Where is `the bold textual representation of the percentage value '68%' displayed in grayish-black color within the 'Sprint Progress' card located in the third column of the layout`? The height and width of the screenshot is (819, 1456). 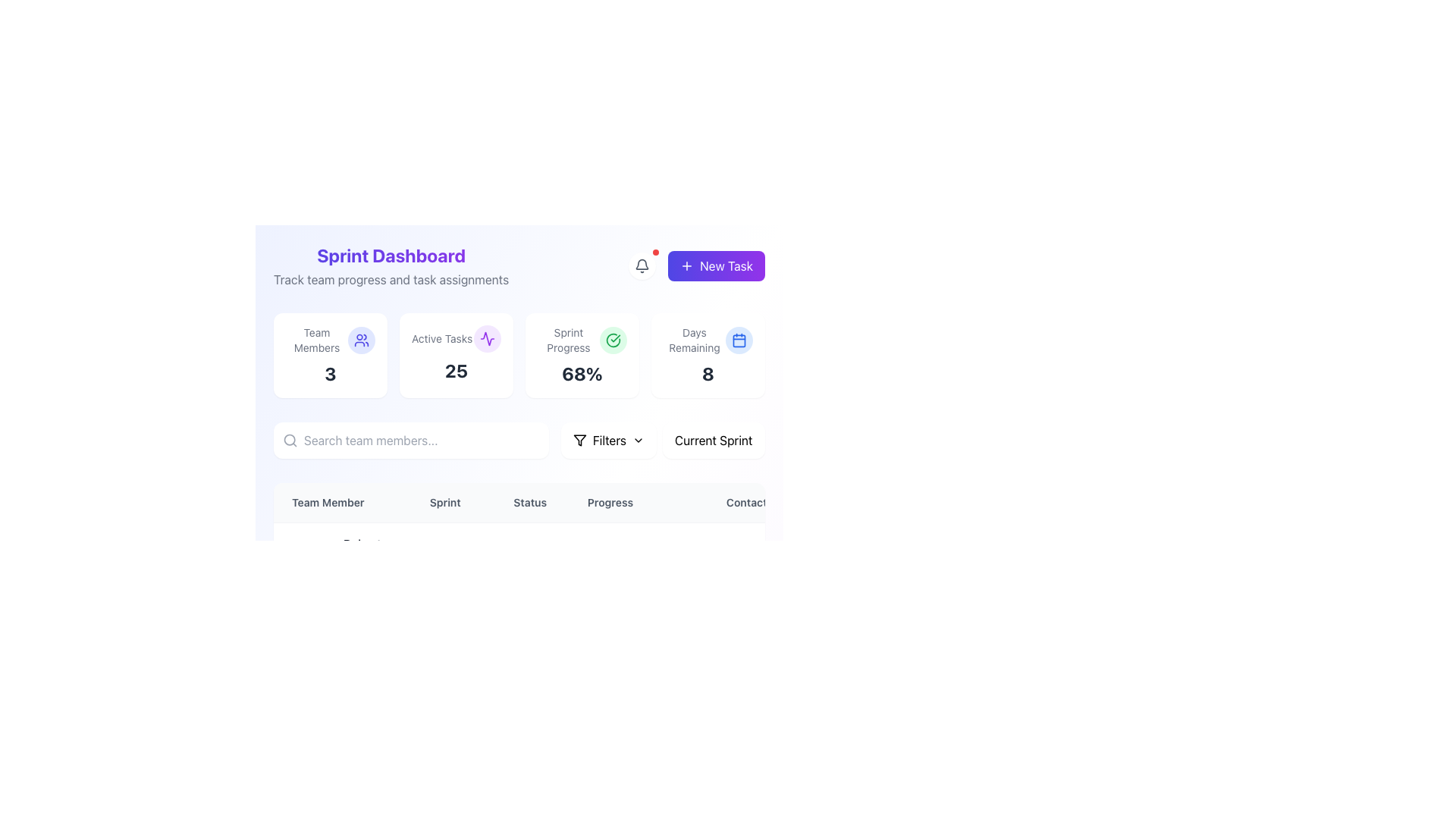
the bold textual representation of the percentage value '68%' displayed in grayish-black color within the 'Sprint Progress' card located in the third column of the layout is located at coordinates (582, 374).